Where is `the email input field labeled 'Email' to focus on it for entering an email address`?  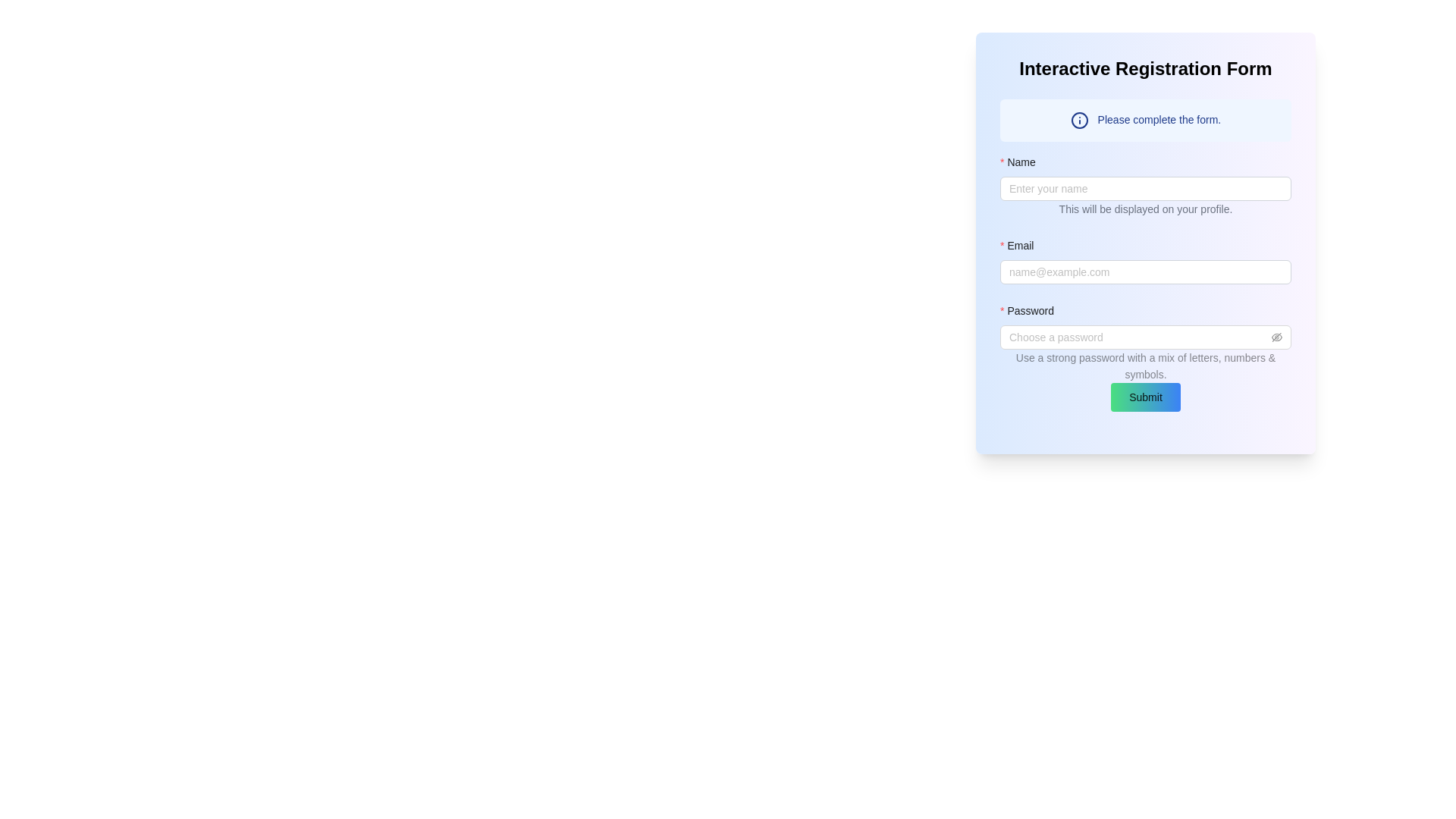 the email input field labeled 'Email' to focus on it for entering an email address is located at coordinates (1146, 254).